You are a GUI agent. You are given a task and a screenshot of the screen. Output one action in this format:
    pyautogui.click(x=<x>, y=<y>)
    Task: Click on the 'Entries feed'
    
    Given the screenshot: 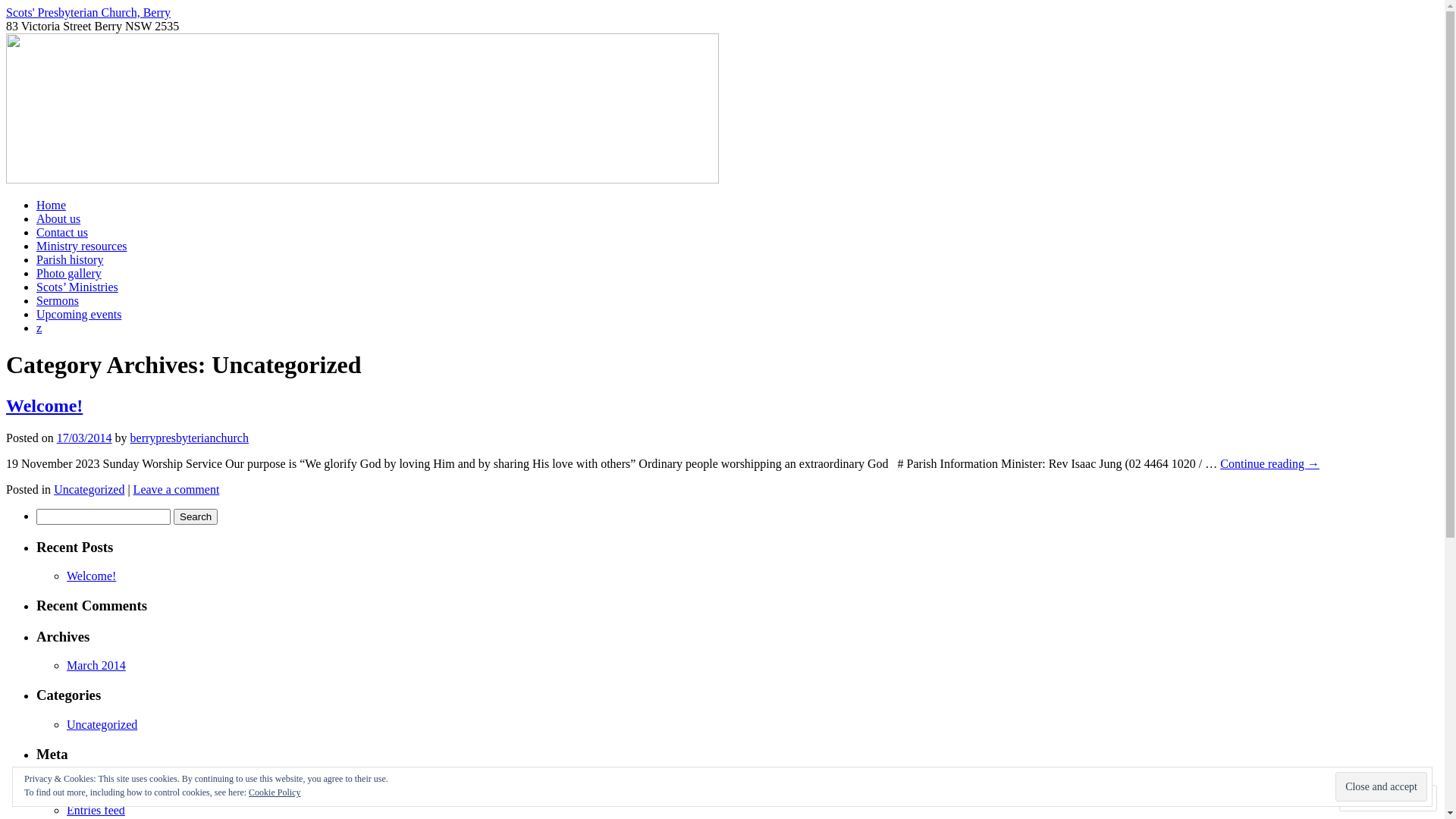 What is the action you would take?
    pyautogui.click(x=95, y=809)
    